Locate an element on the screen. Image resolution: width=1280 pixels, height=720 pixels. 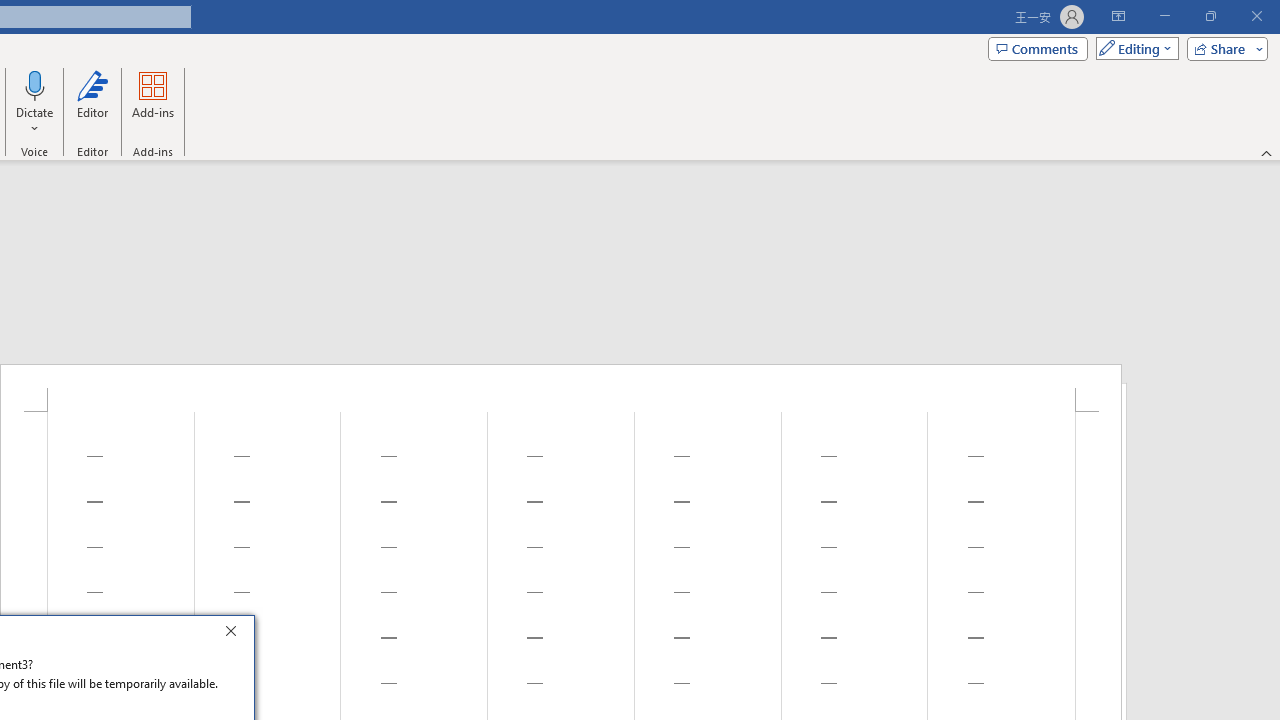
'Minimize' is located at coordinates (1164, 16).